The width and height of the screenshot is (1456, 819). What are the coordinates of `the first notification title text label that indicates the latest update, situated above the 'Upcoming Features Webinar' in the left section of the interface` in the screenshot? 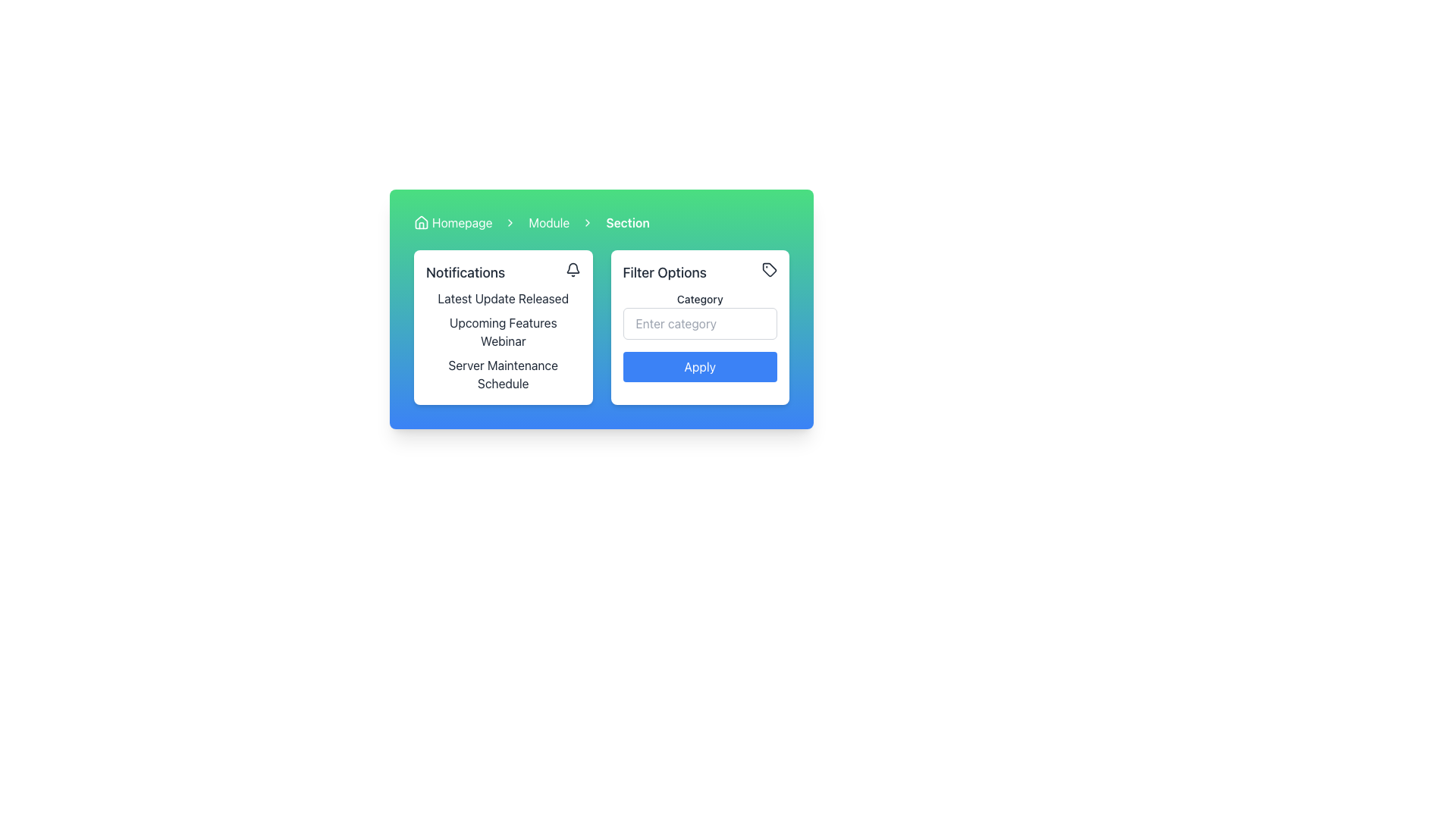 It's located at (503, 298).